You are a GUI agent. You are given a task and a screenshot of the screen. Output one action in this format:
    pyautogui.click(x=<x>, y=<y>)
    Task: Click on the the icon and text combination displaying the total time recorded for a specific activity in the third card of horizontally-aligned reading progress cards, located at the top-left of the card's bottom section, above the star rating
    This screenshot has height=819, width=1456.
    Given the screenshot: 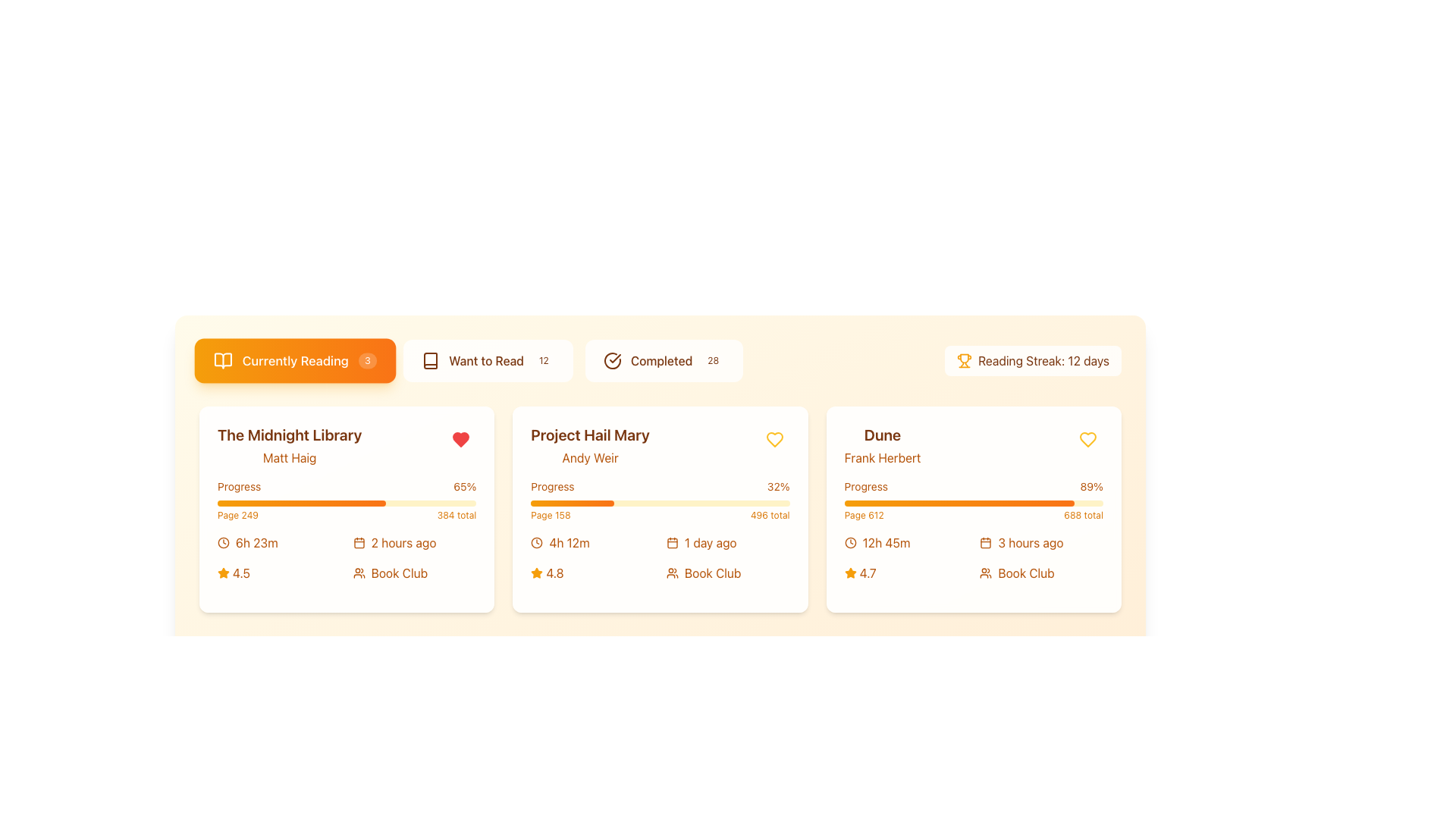 What is the action you would take?
    pyautogui.click(x=906, y=542)
    